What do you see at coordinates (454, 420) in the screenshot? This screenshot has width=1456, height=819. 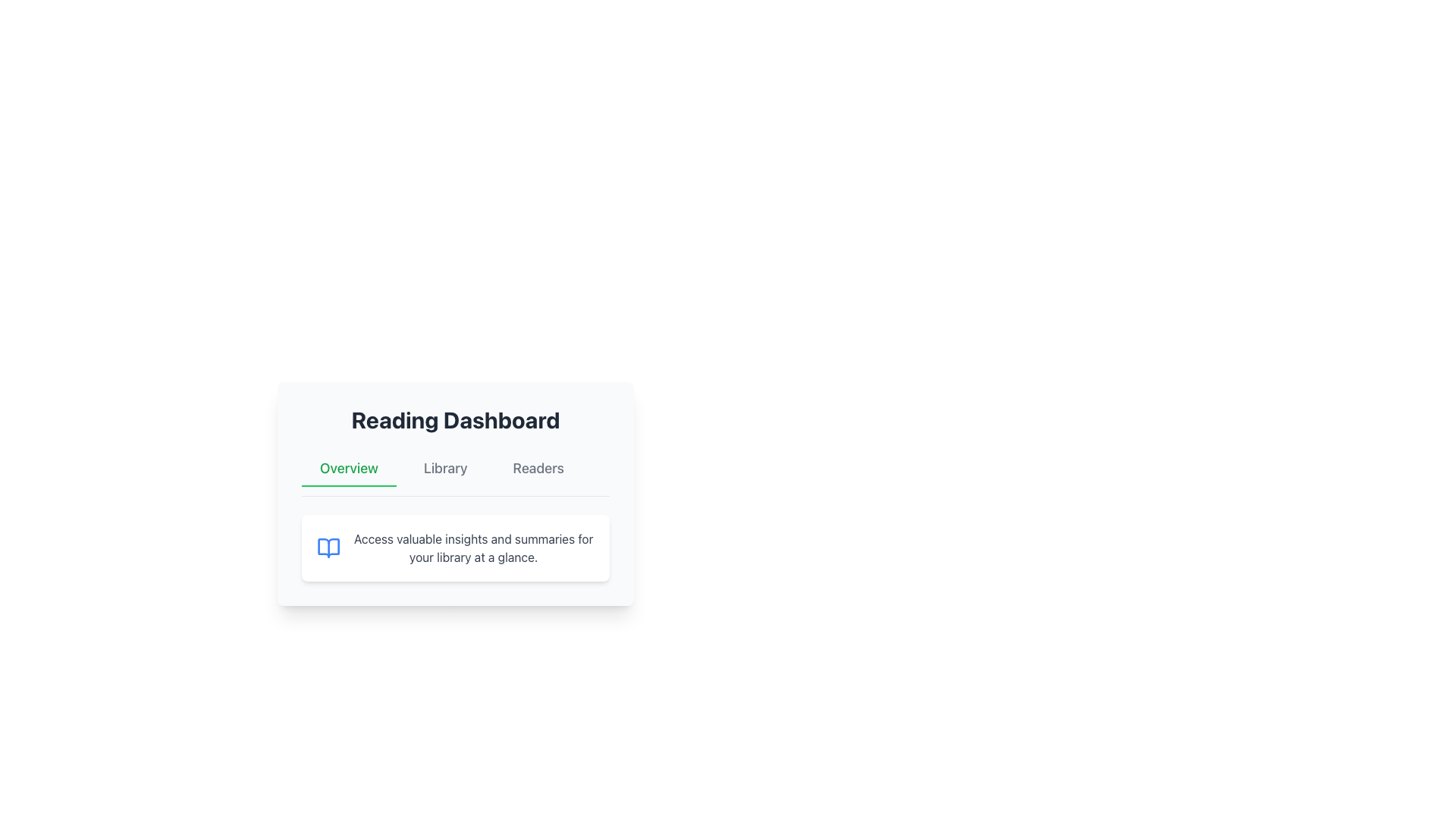 I see `the text label styled as a heading, which is labeled 'Reading Dashboard' and serves as a title for the content below` at bounding box center [454, 420].